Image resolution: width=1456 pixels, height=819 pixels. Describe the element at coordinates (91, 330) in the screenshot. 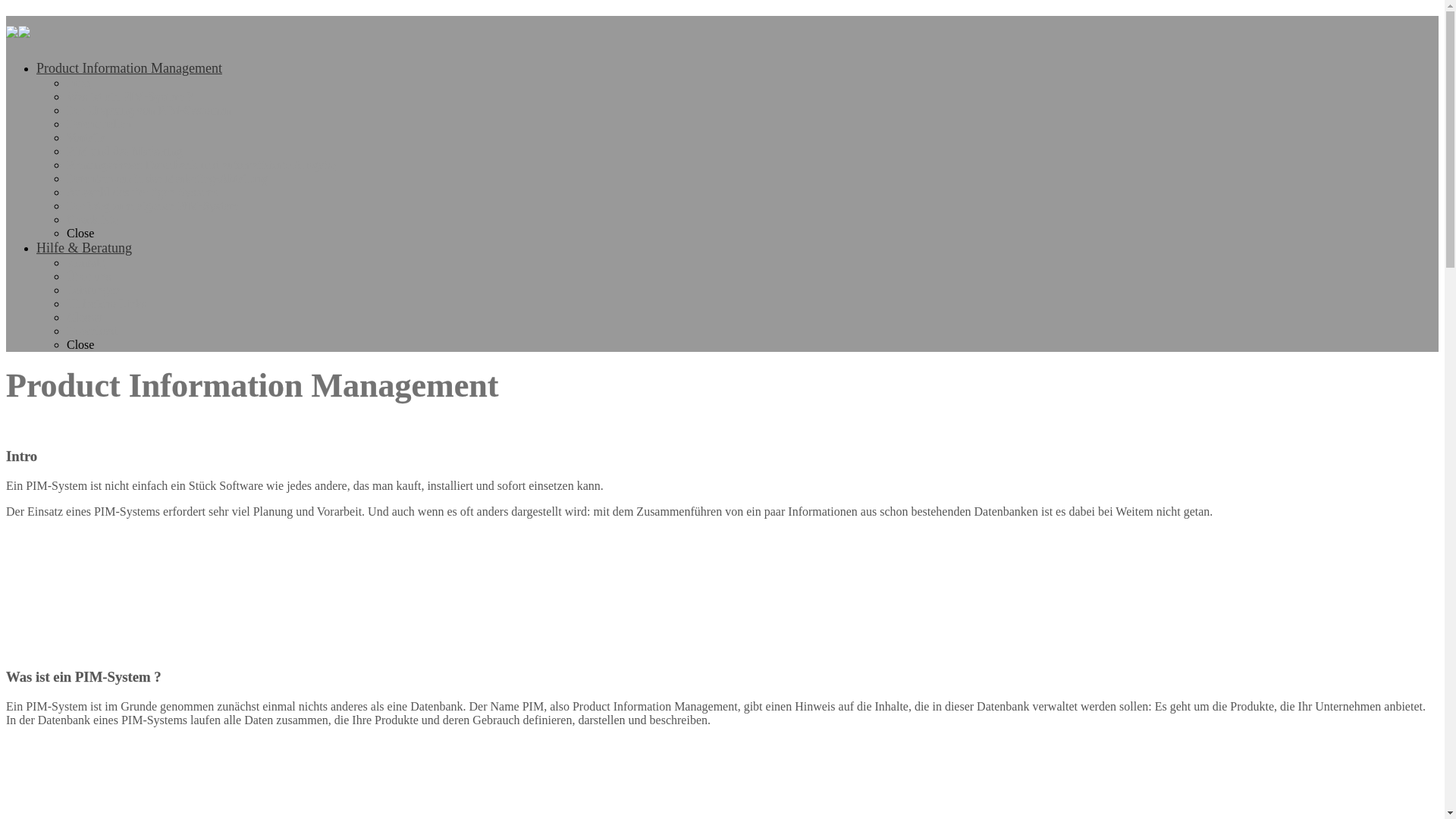

I see `'Download'` at that location.